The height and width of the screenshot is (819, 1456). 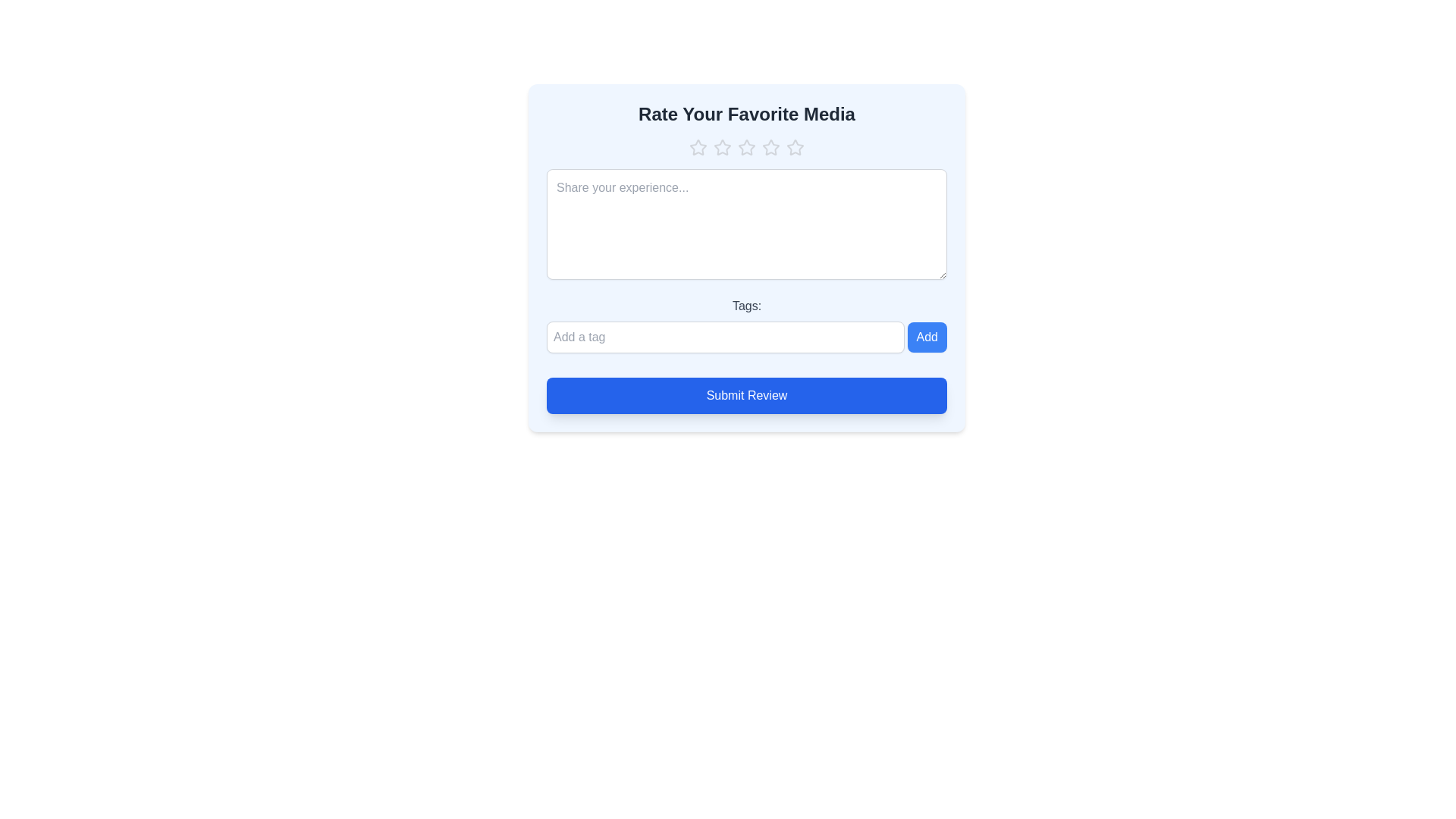 I want to click on the third star icon in the five-star rating system located under the title 'Rate Your Favorite Media', so click(x=771, y=147).